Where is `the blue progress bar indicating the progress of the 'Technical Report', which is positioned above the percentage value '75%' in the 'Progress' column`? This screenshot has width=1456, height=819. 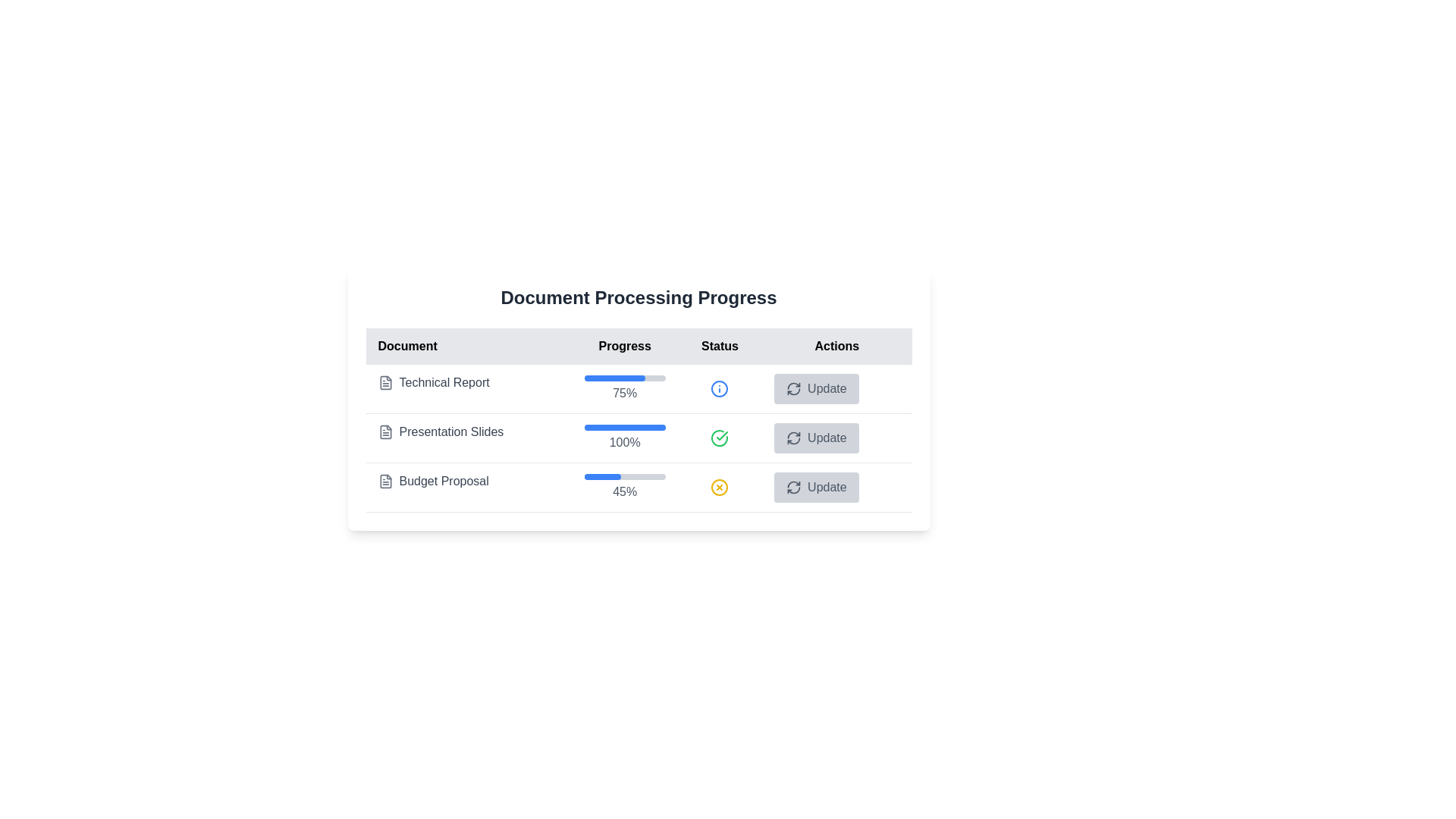
the blue progress bar indicating the progress of the 'Technical Report', which is positioned above the percentage value '75%' in the 'Progress' column is located at coordinates (614, 377).